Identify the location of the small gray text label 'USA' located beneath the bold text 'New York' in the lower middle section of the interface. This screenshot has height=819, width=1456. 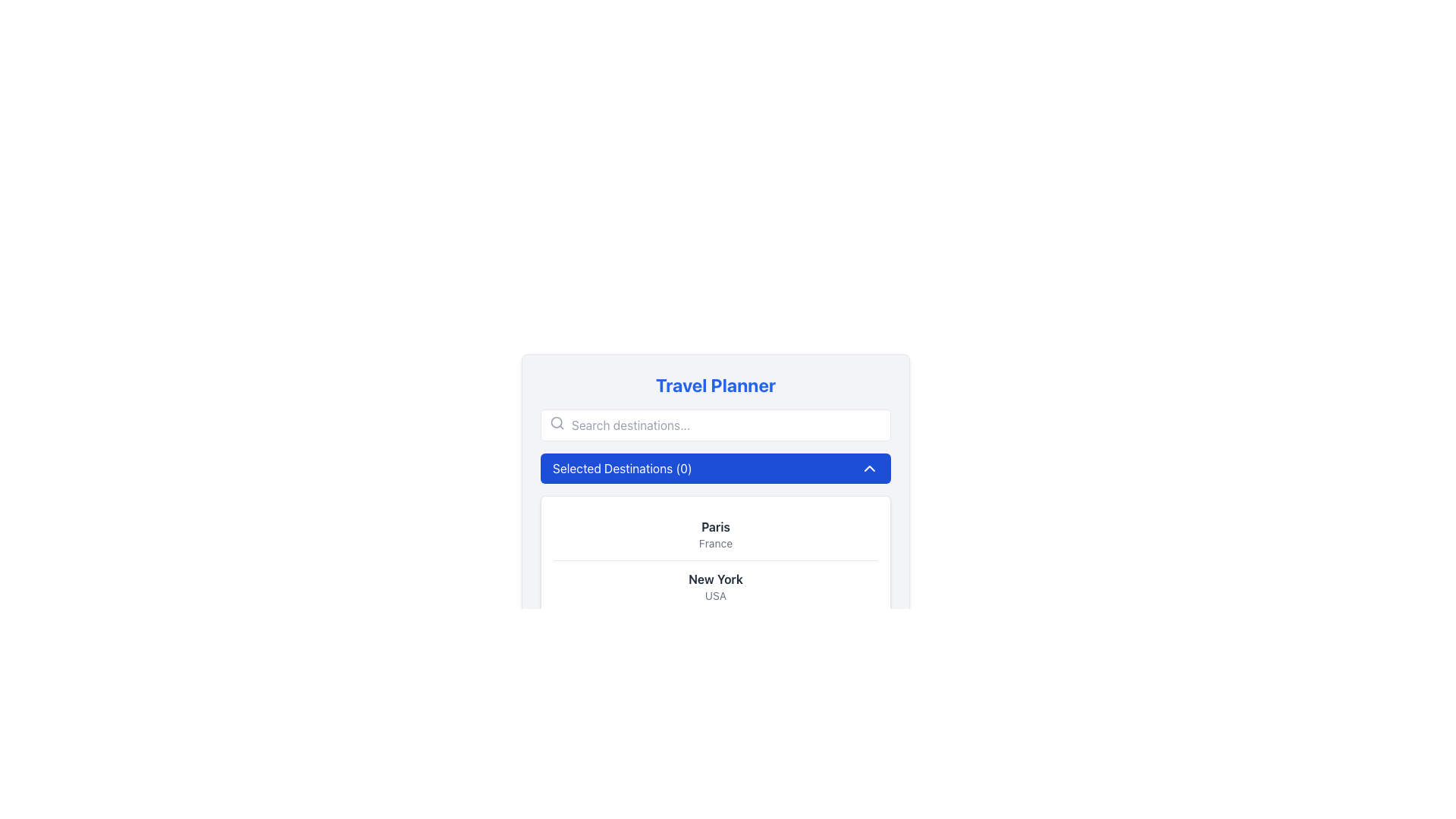
(715, 595).